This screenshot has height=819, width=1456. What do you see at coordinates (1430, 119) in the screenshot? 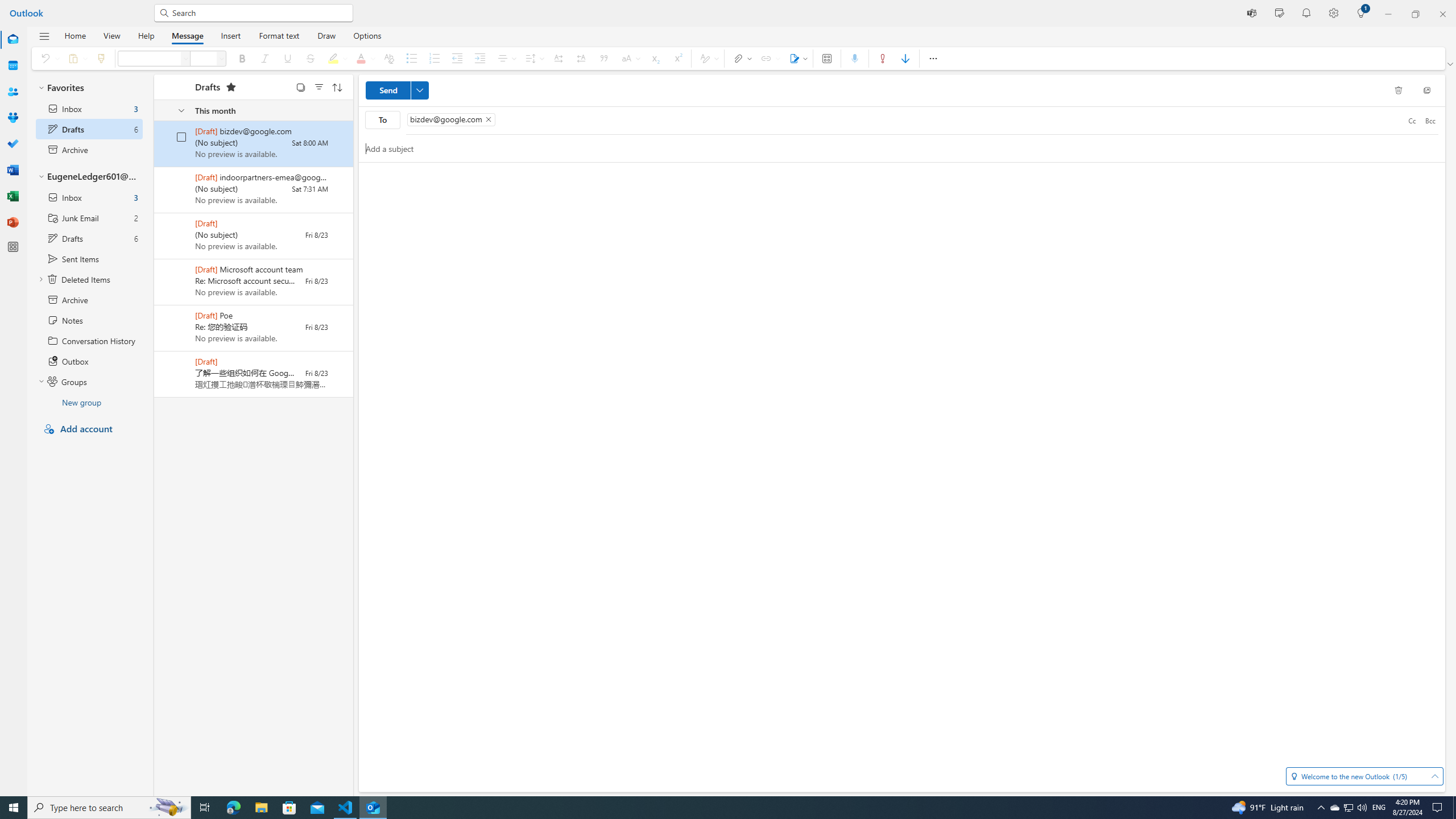
I see `'Bcc'` at bounding box center [1430, 119].